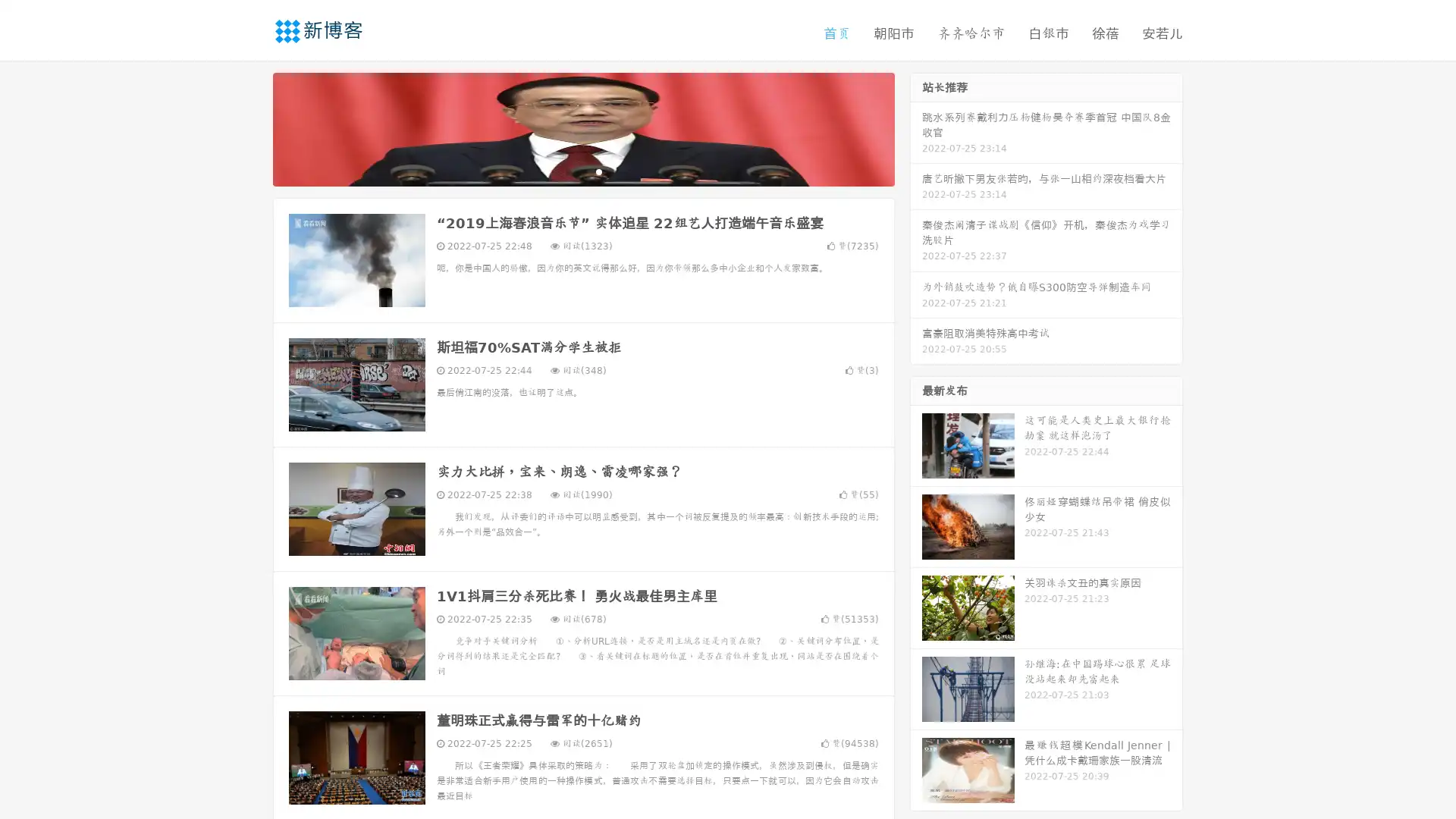 The height and width of the screenshot is (819, 1456). I want to click on Go to slide 3, so click(598, 171).